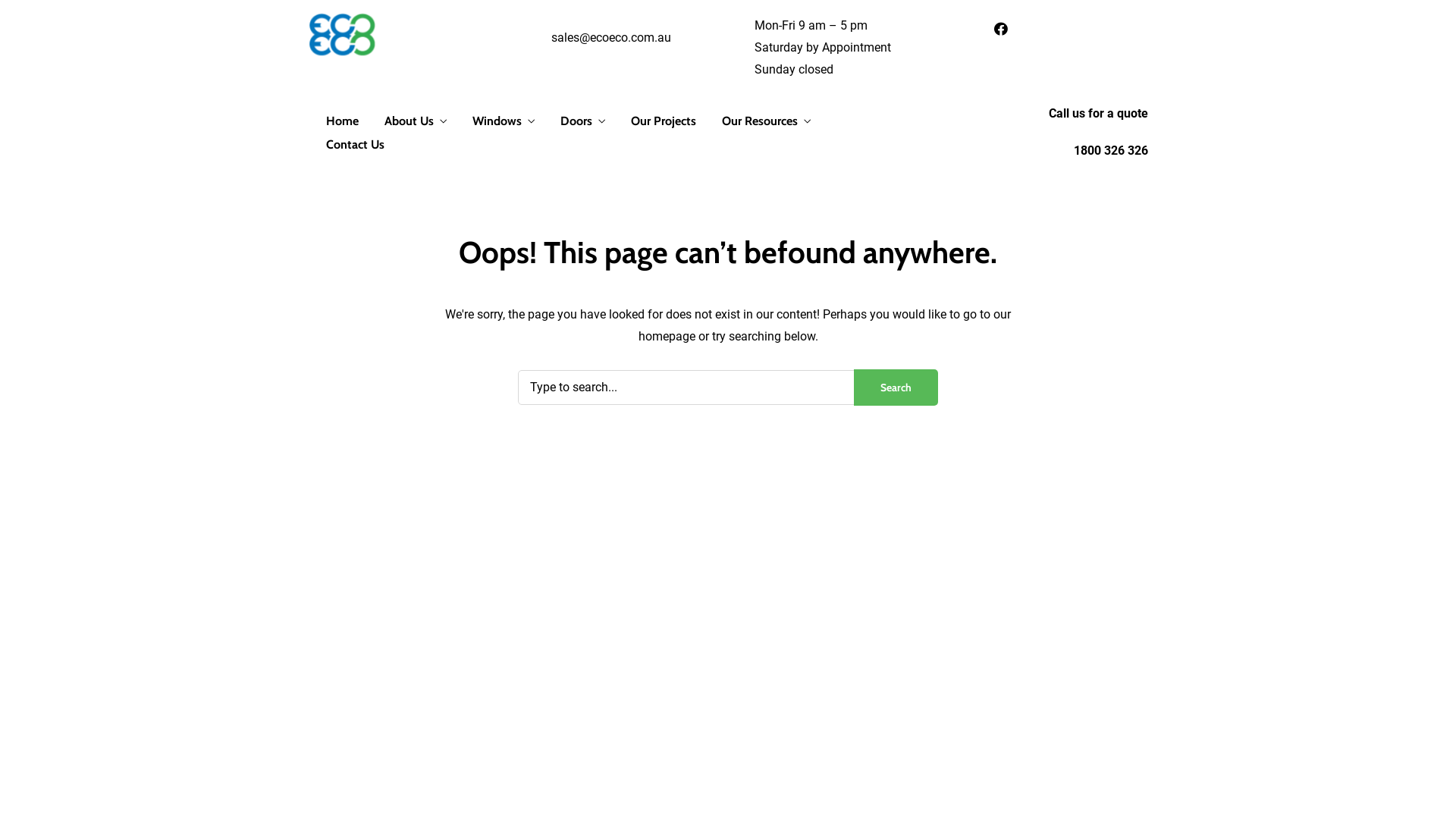  I want to click on 'Windows', so click(503, 121).